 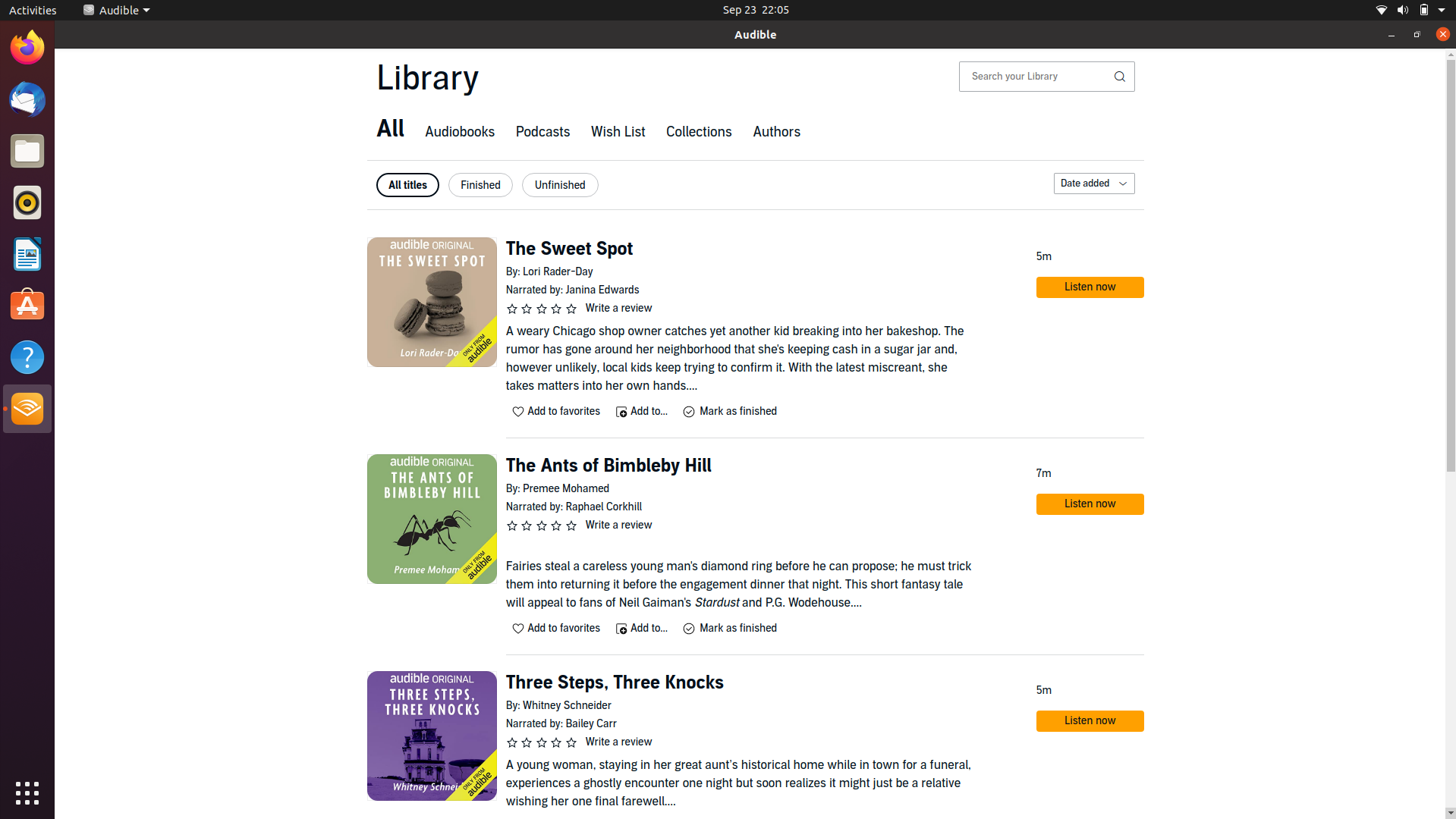 What do you see at coordinates (728, 411) in the screenshot?
I see `Designate "The Sweet Spot" as done and inspect if it is listed in completed section` at bounding box center [728, 411].